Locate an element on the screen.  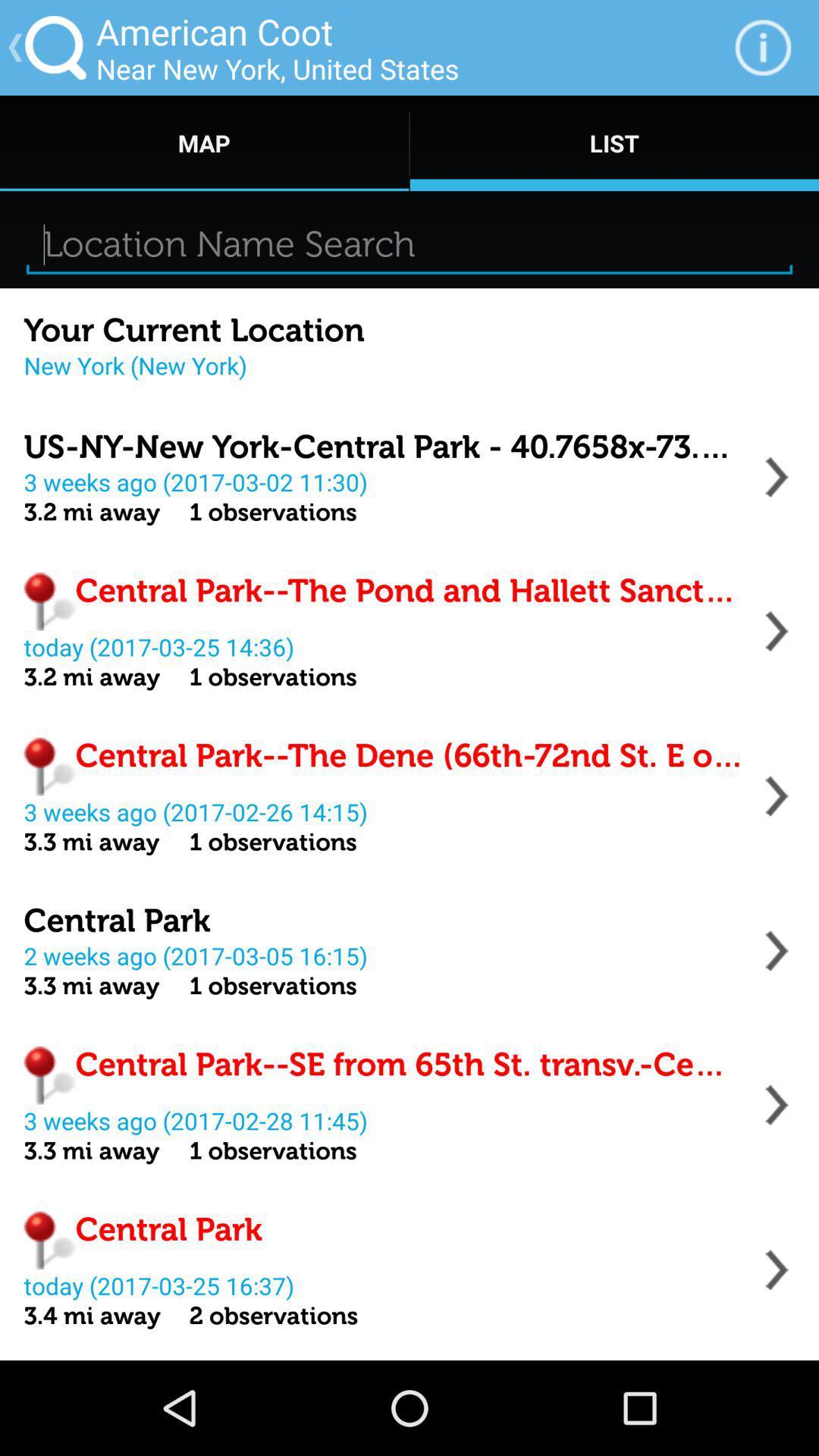
the your current location item is located at coordinates (193, 330).